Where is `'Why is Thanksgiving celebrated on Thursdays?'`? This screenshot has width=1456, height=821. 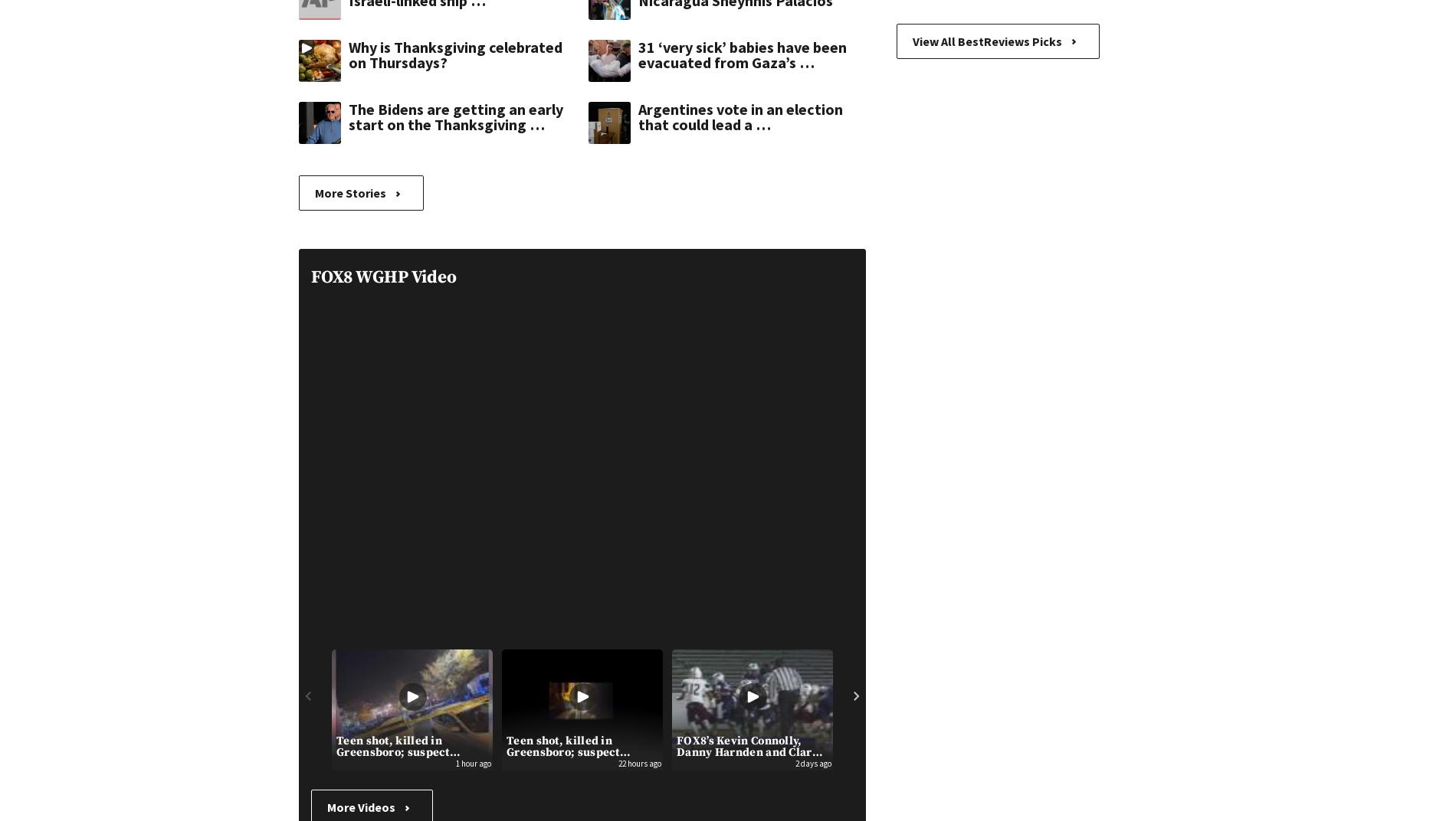 'Why is Thanksgiving celebrated on Thursdays?' is located at coordinates (455, 54).